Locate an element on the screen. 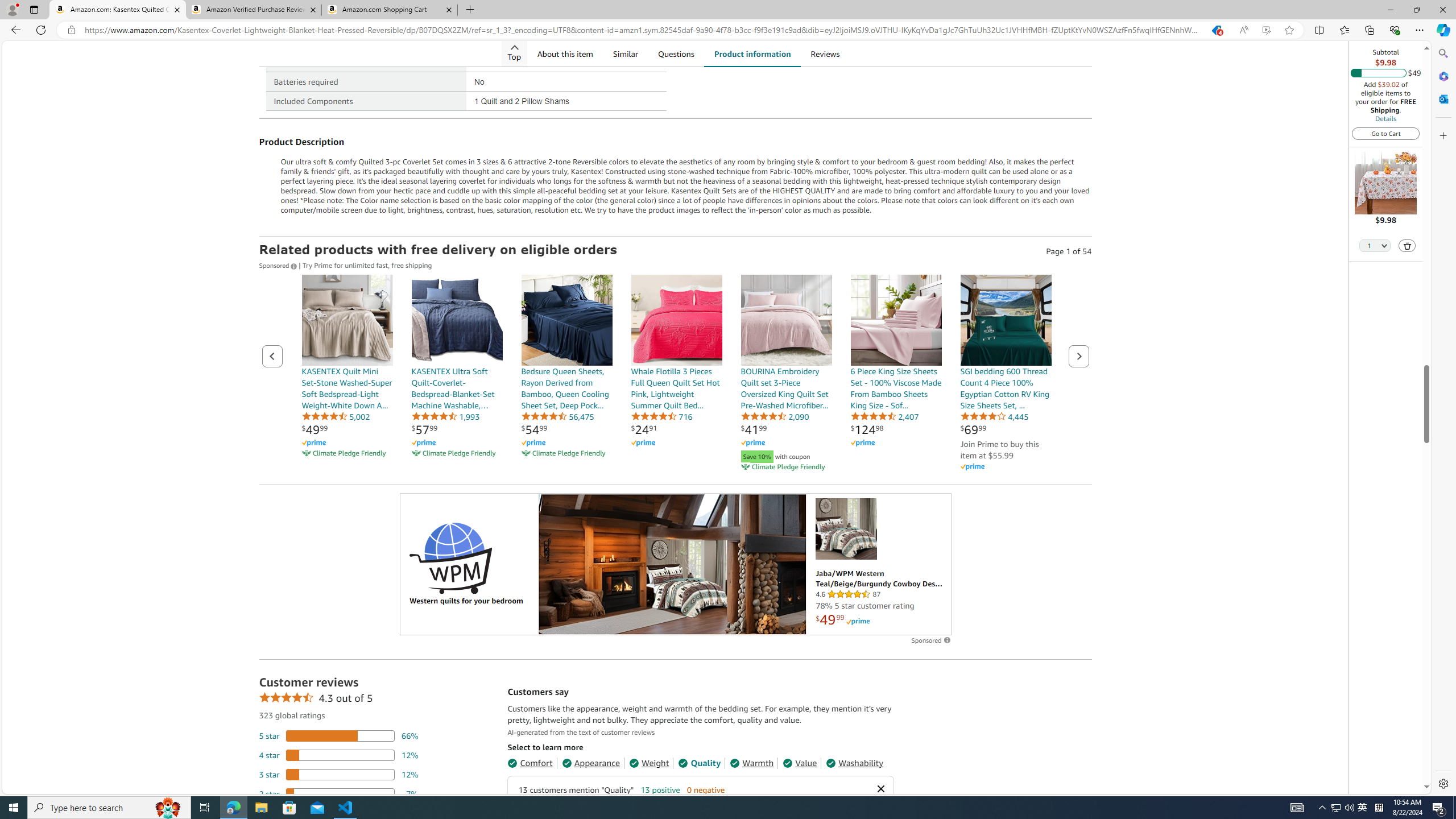  '$57.99' is located at coordinates (424, 429).